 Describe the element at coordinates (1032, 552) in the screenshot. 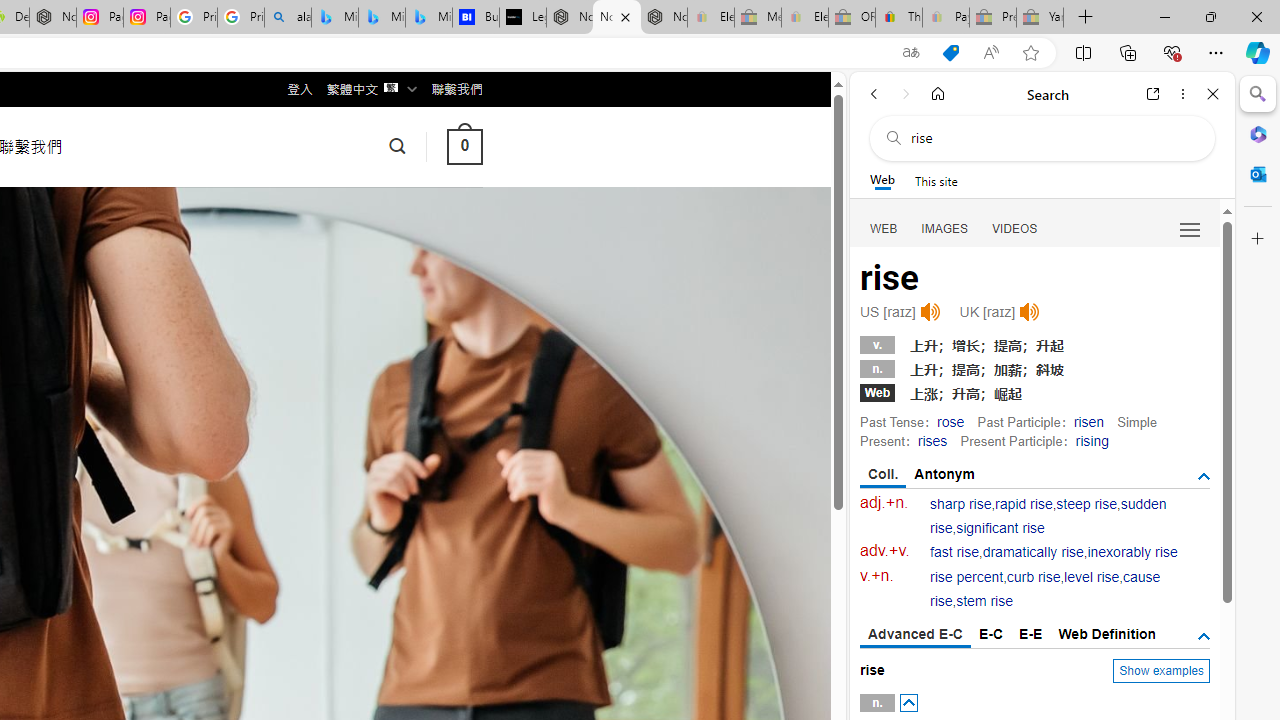

I see `'dramatically rise'` at that location.